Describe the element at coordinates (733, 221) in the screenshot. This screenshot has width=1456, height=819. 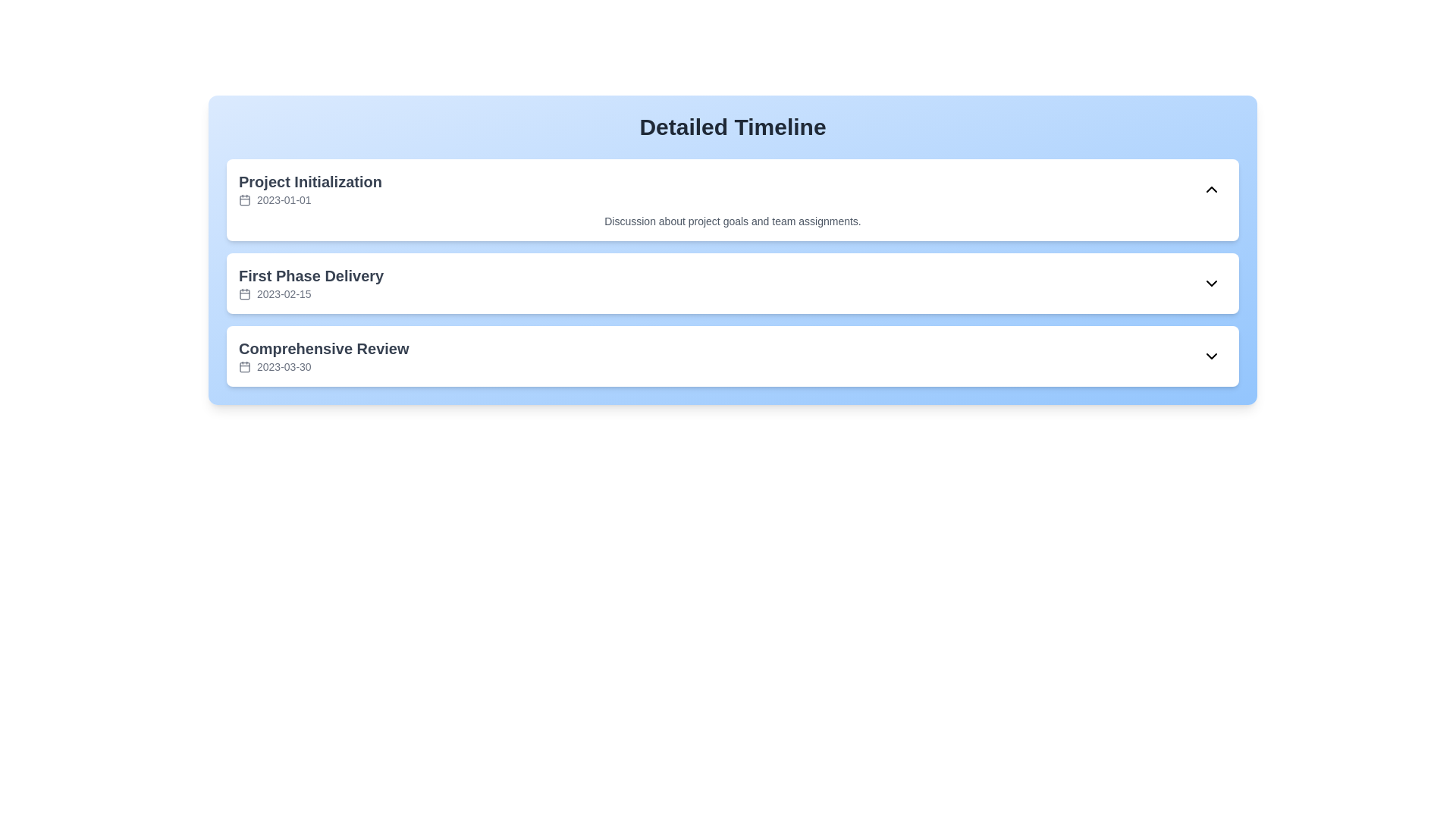
I see `the textual content displaying 'Discussion about project goals and team assignments.' located in the 'Project Initialization' section of the 'Detailed Timeline' view` at that location.